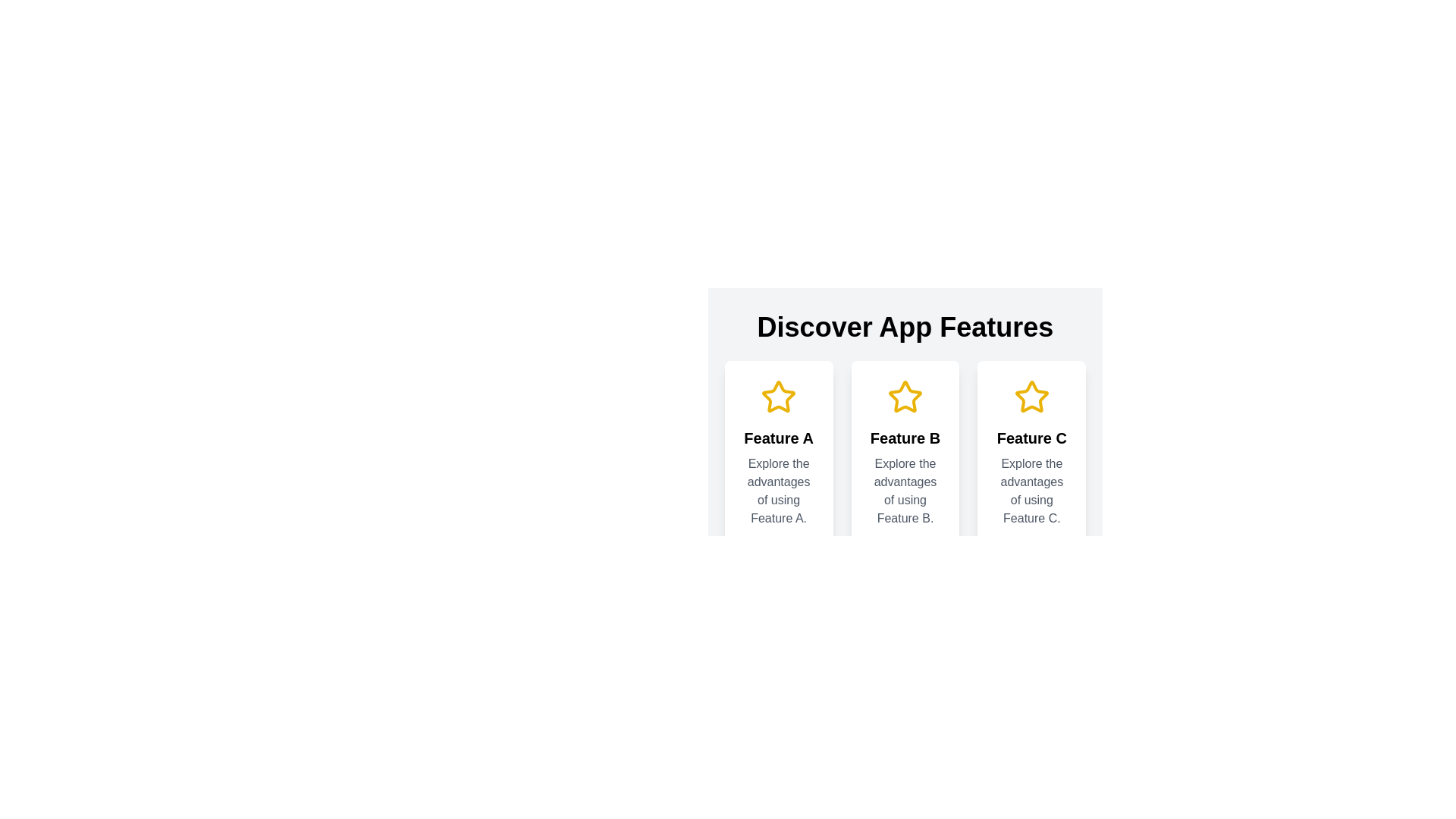 This screenshot has height=819, width=1456. I want to click on the text label that provides a descriptive insight into 'Feature A,' located below the title 'Feature A' in the first column of a three-column layout under 'Discover App Features.', so click(779, 491).